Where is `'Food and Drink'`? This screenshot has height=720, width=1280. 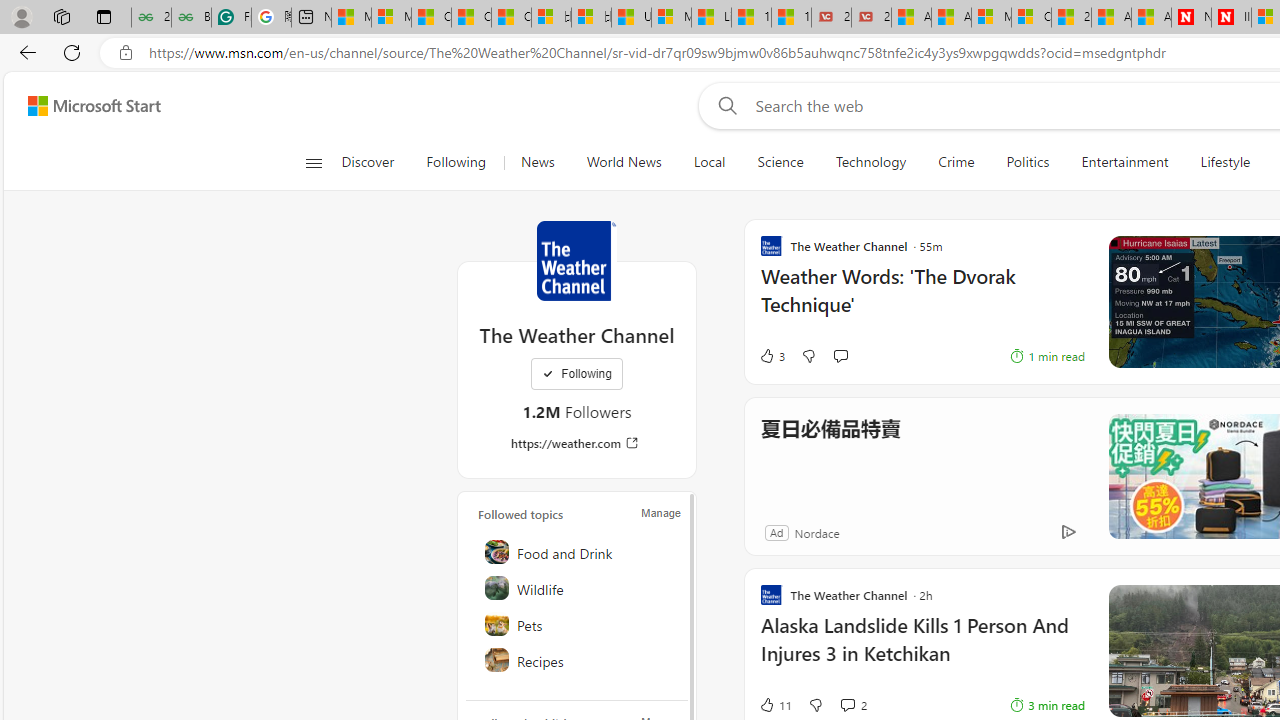
'Food and Drink' is located at coordinates (577, 551).